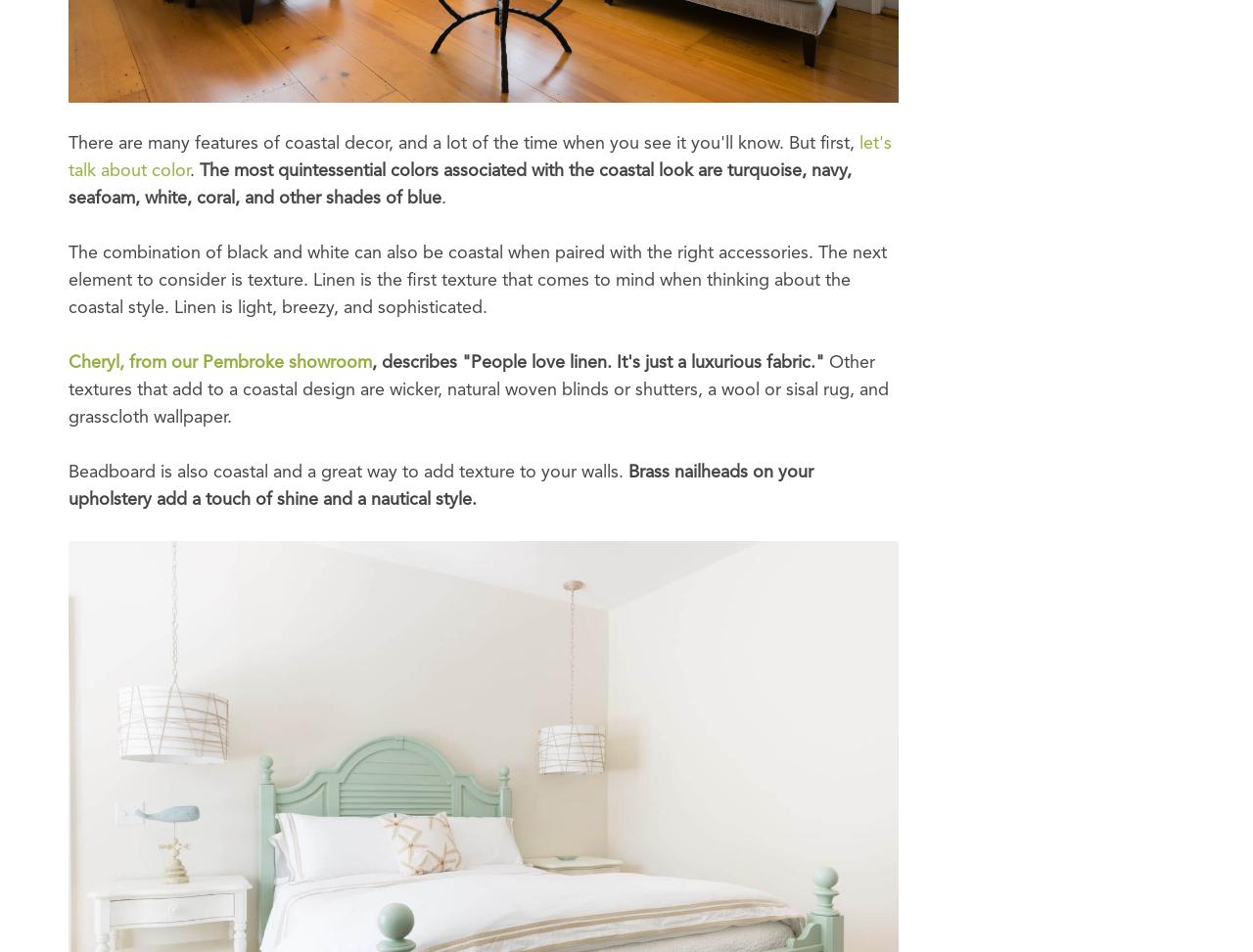  What do you see at coordinates (129, 75) in the screenshot?
I see `'About Circle'` at bounding box center [129, 75].